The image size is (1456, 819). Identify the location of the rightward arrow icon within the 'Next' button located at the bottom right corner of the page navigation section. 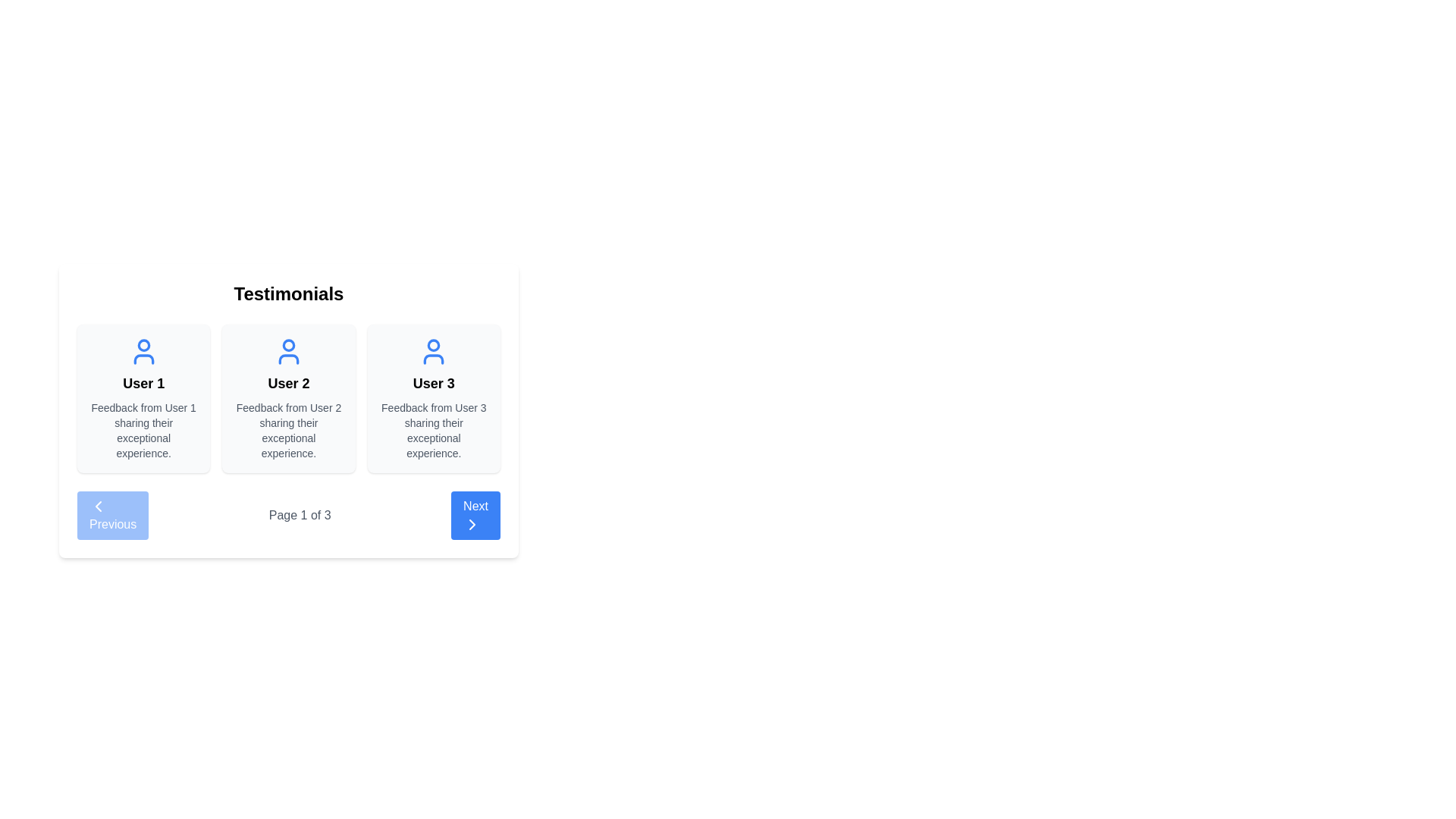
(472, 523).